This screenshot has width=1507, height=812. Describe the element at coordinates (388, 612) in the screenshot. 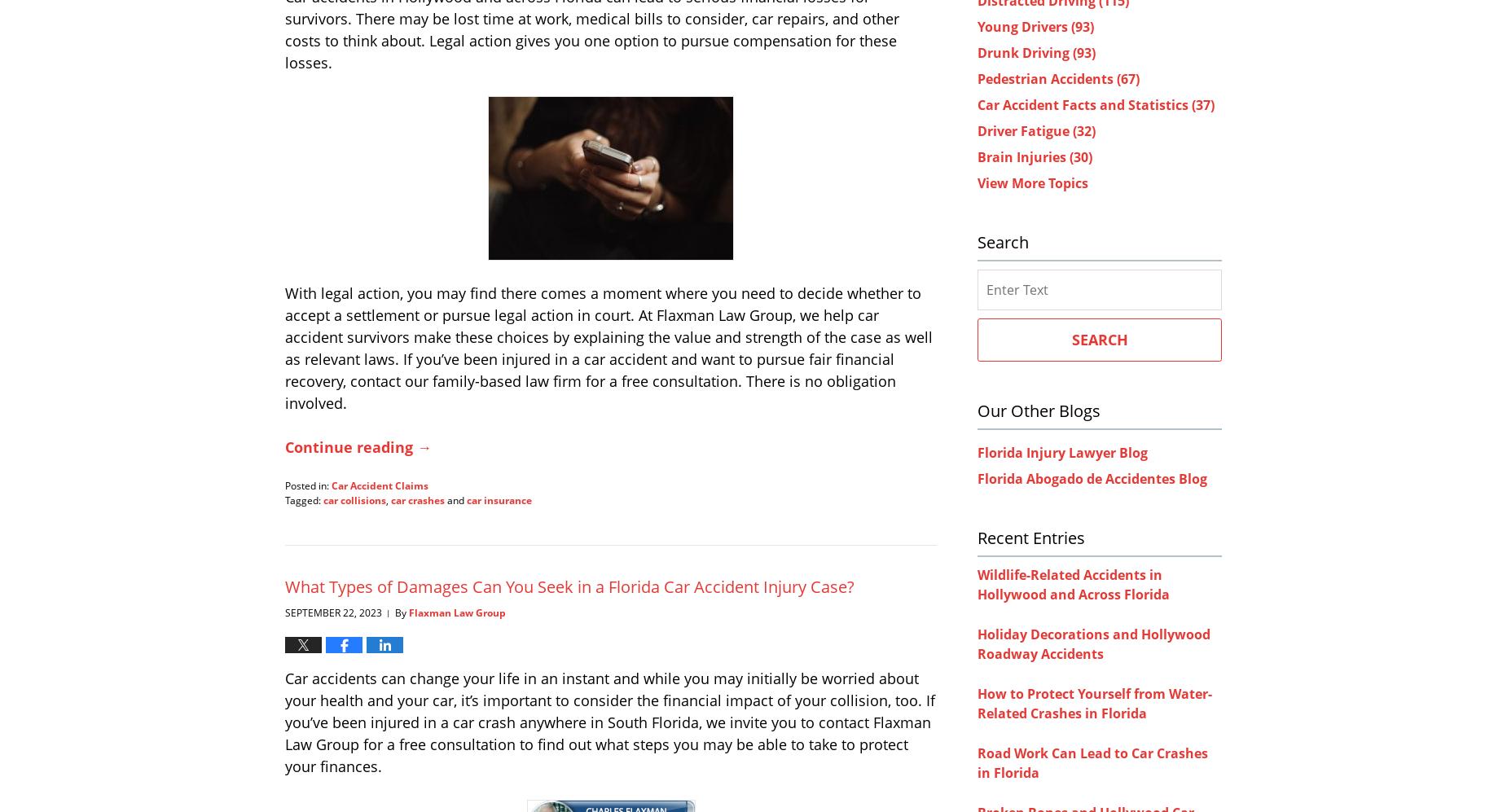

I see `'|'` at that location.